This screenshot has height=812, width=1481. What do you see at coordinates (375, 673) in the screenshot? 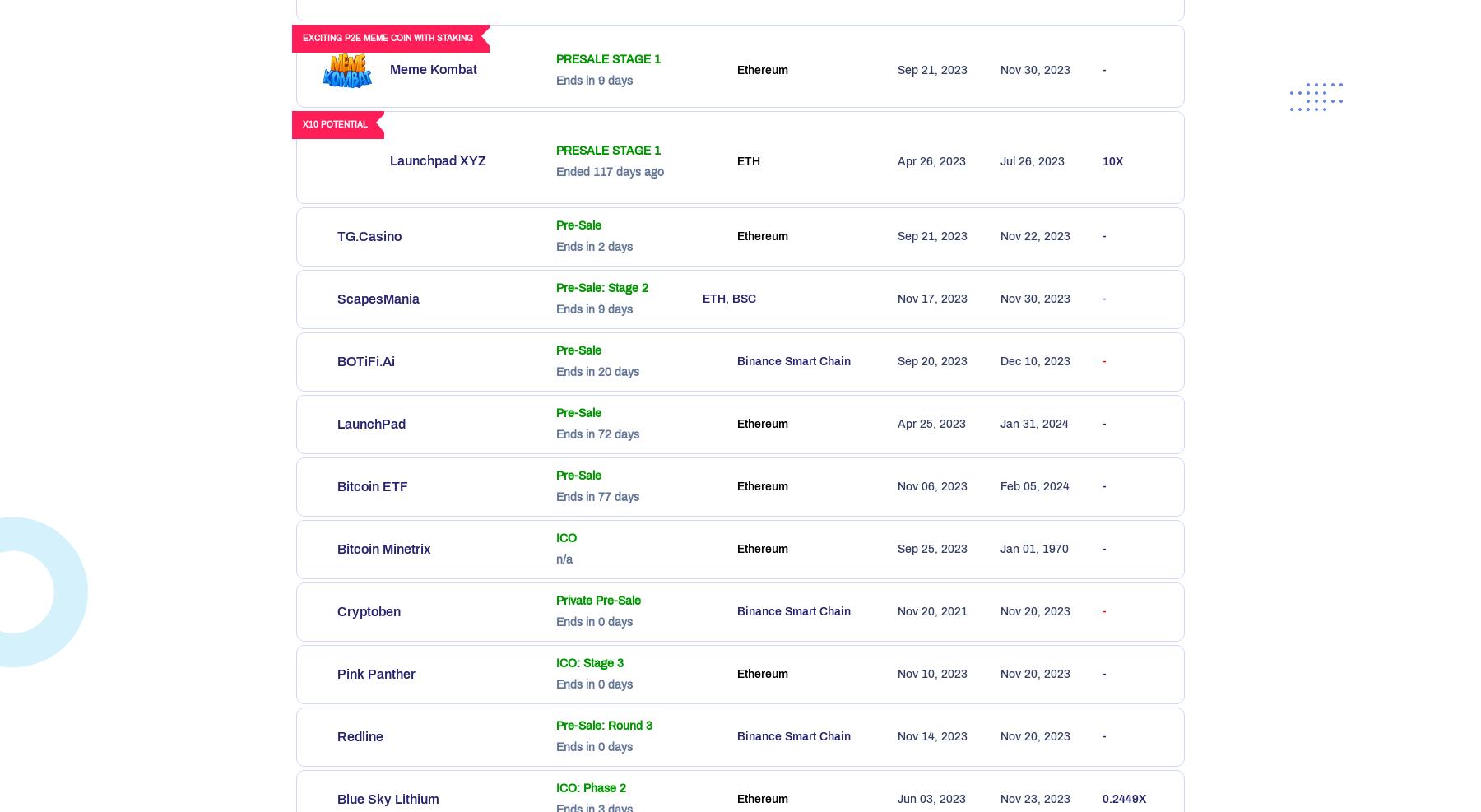
I see `'Pink Panther'` at bounding box center [375, 673].